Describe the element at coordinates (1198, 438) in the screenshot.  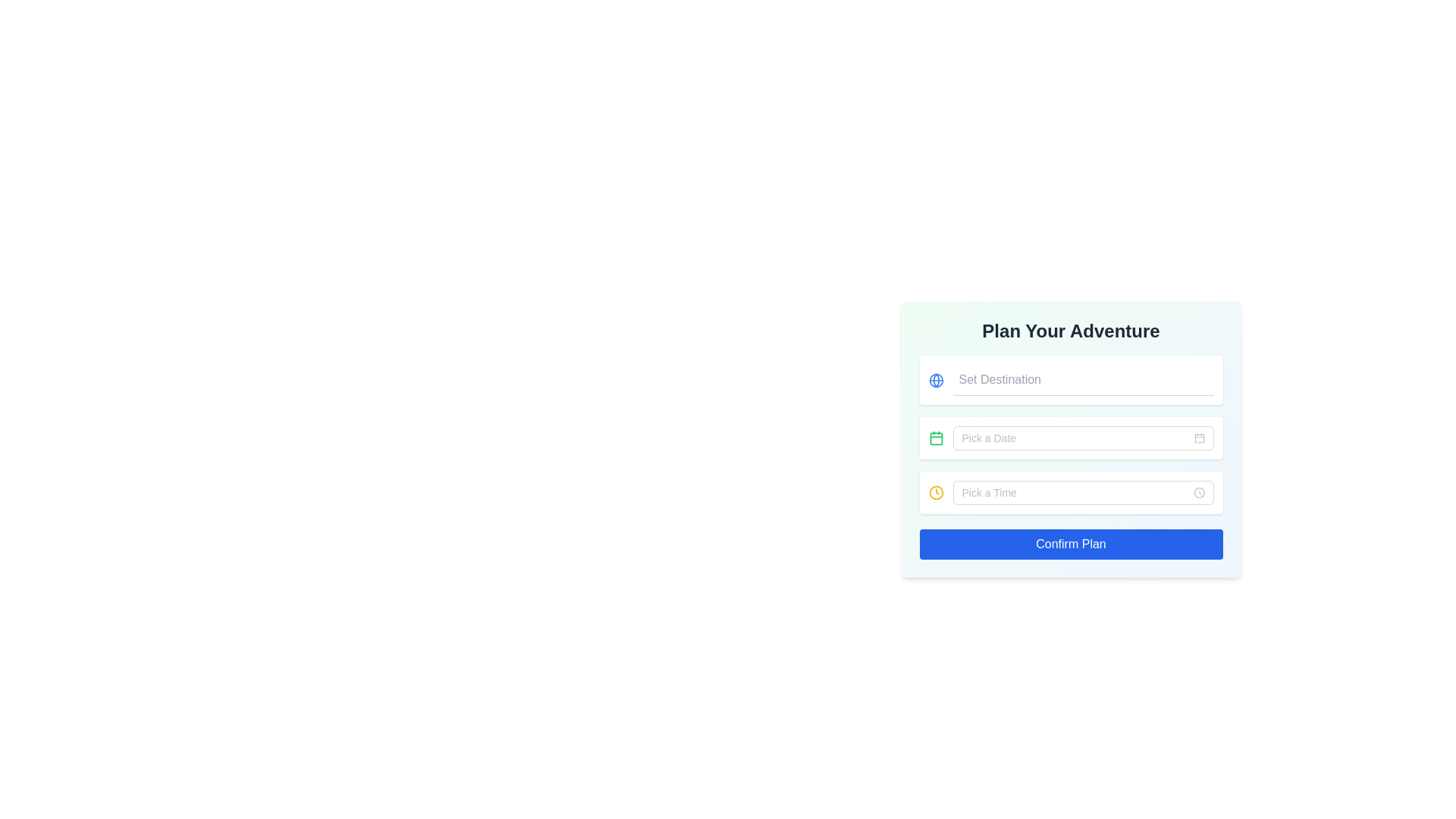
I see `the calendar icon located next to the 'Pick a Date' text field` at that location.